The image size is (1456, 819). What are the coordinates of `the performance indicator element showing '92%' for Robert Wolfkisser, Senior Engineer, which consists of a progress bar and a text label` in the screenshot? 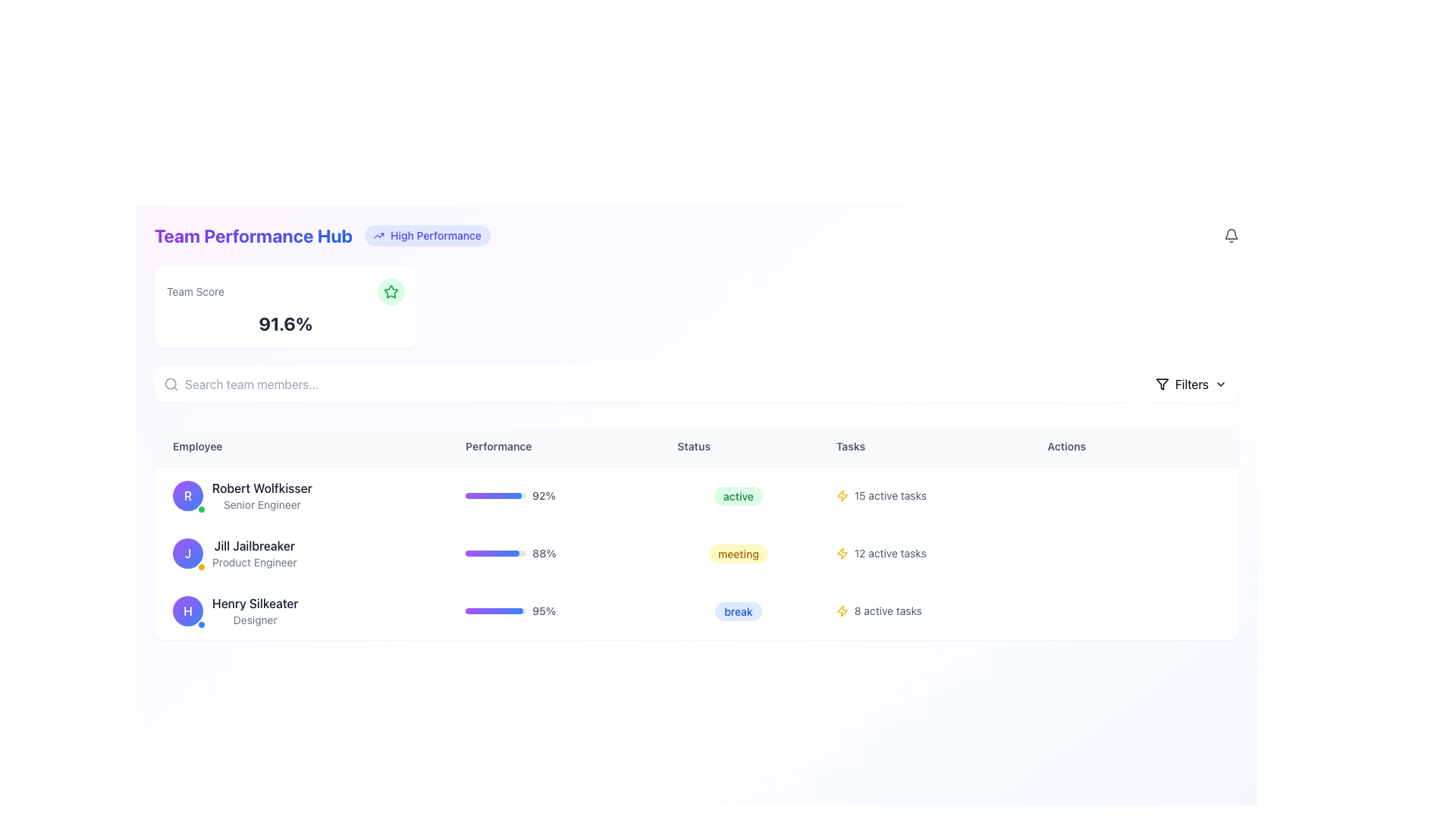 It's located at (552, 495).